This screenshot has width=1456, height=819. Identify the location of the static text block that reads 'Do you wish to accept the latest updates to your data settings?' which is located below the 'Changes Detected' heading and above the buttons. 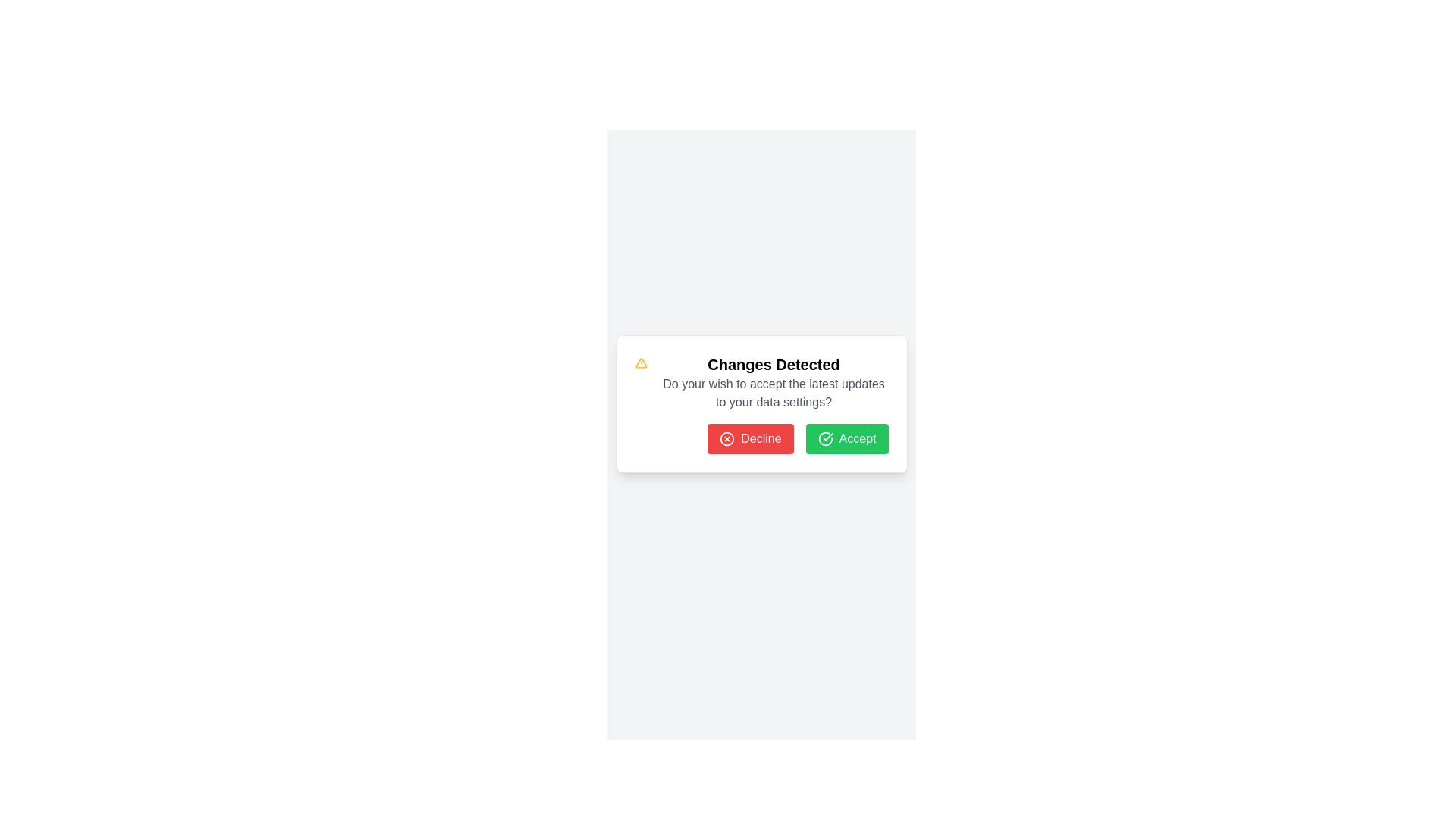
(773, 393).